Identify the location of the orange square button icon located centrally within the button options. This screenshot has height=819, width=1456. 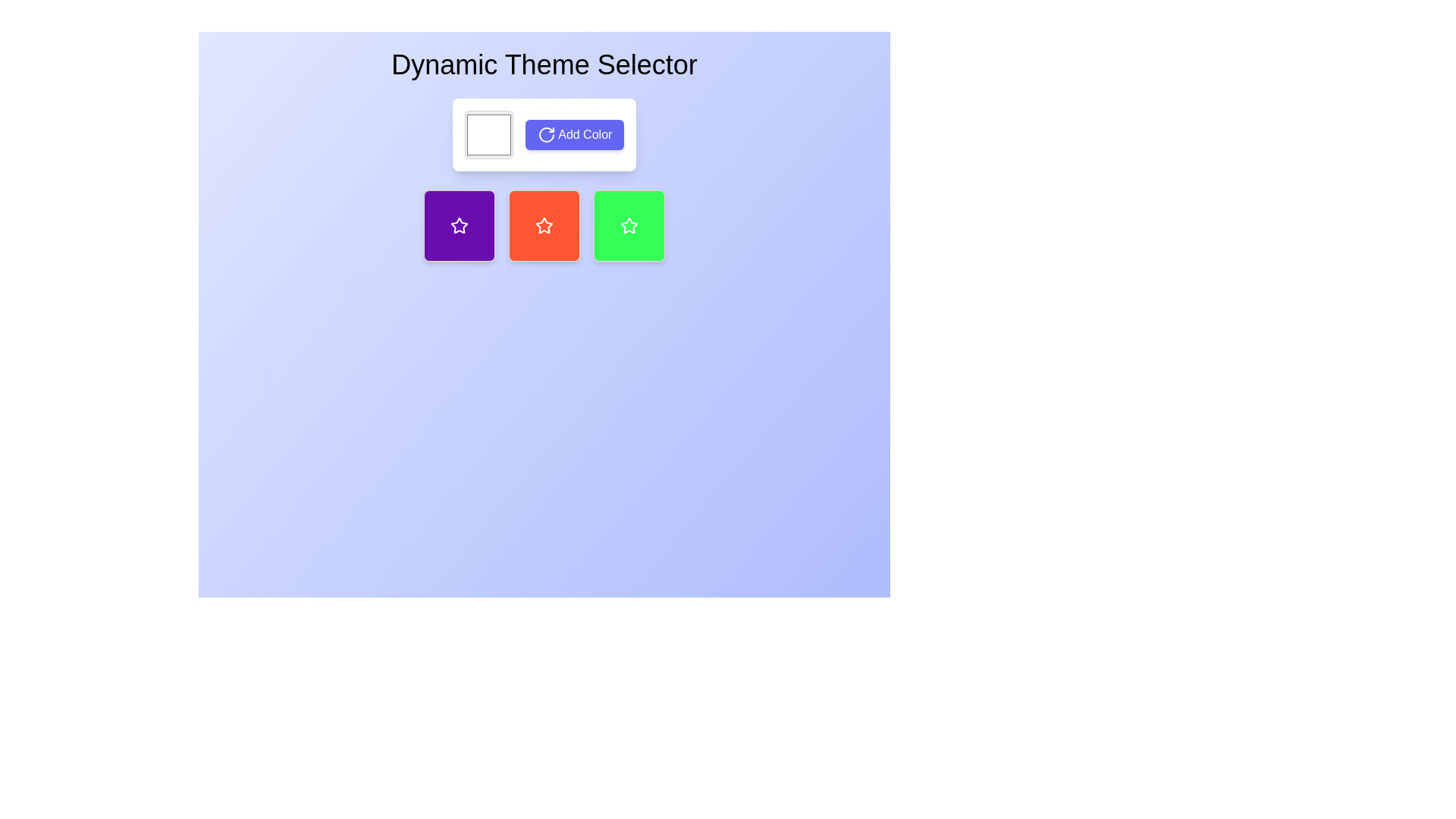
(544, 225).